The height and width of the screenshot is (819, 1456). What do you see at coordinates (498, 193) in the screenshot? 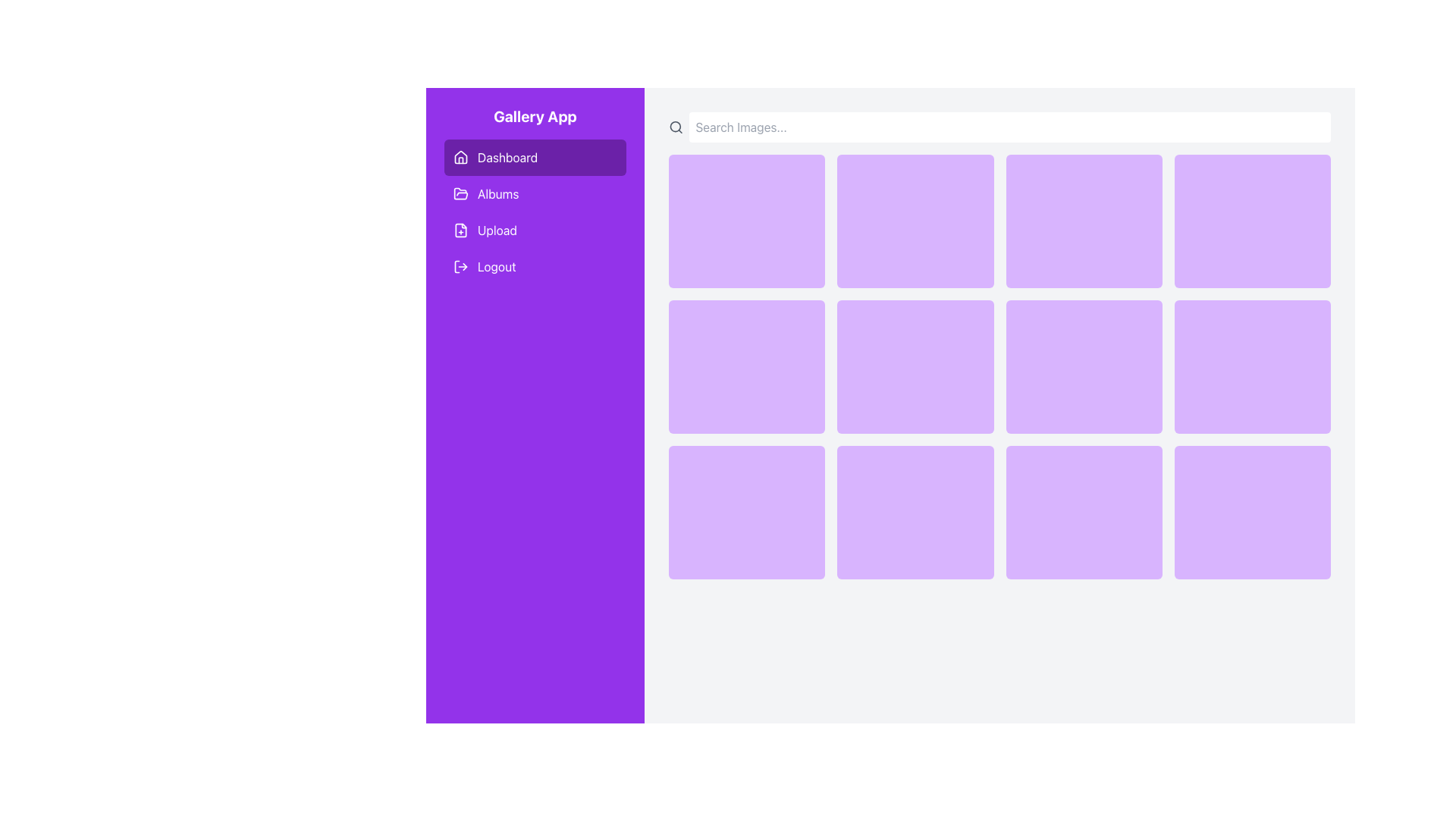
I see `the static text label displaying 'Albums' within the left sidebar's vertical menu, which has a purple background and is located between 'Dashboard' and 'Upload'` at bounding box center [498, 193].